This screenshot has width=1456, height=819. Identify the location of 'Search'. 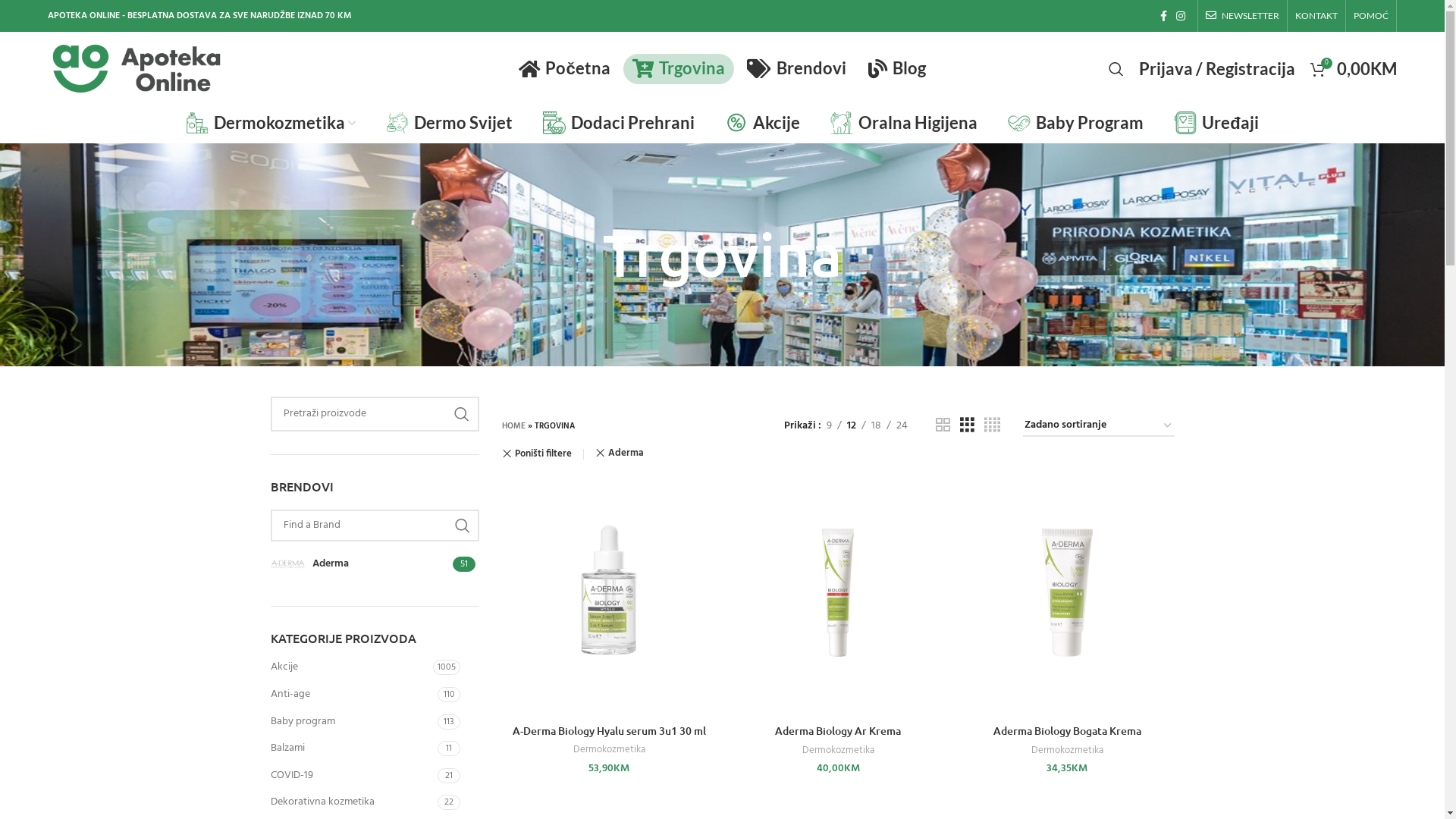
(1116, 67).